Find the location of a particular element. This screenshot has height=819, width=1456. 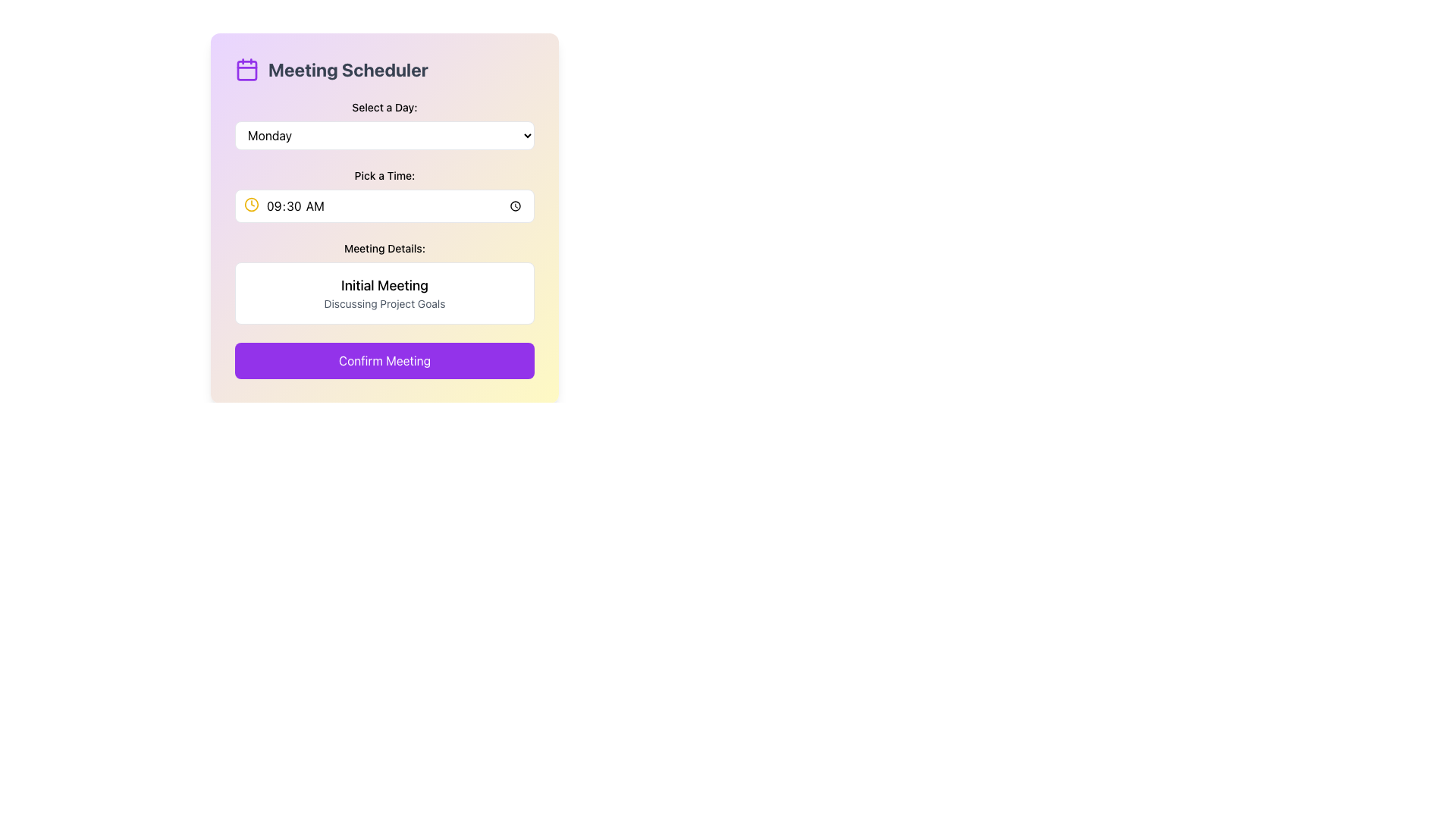

the time input field associated with the small yellow clock-shaped icon located near the text '09:30 AM' in the 'Pick a Time:' section is located at coordinates (251, 205).